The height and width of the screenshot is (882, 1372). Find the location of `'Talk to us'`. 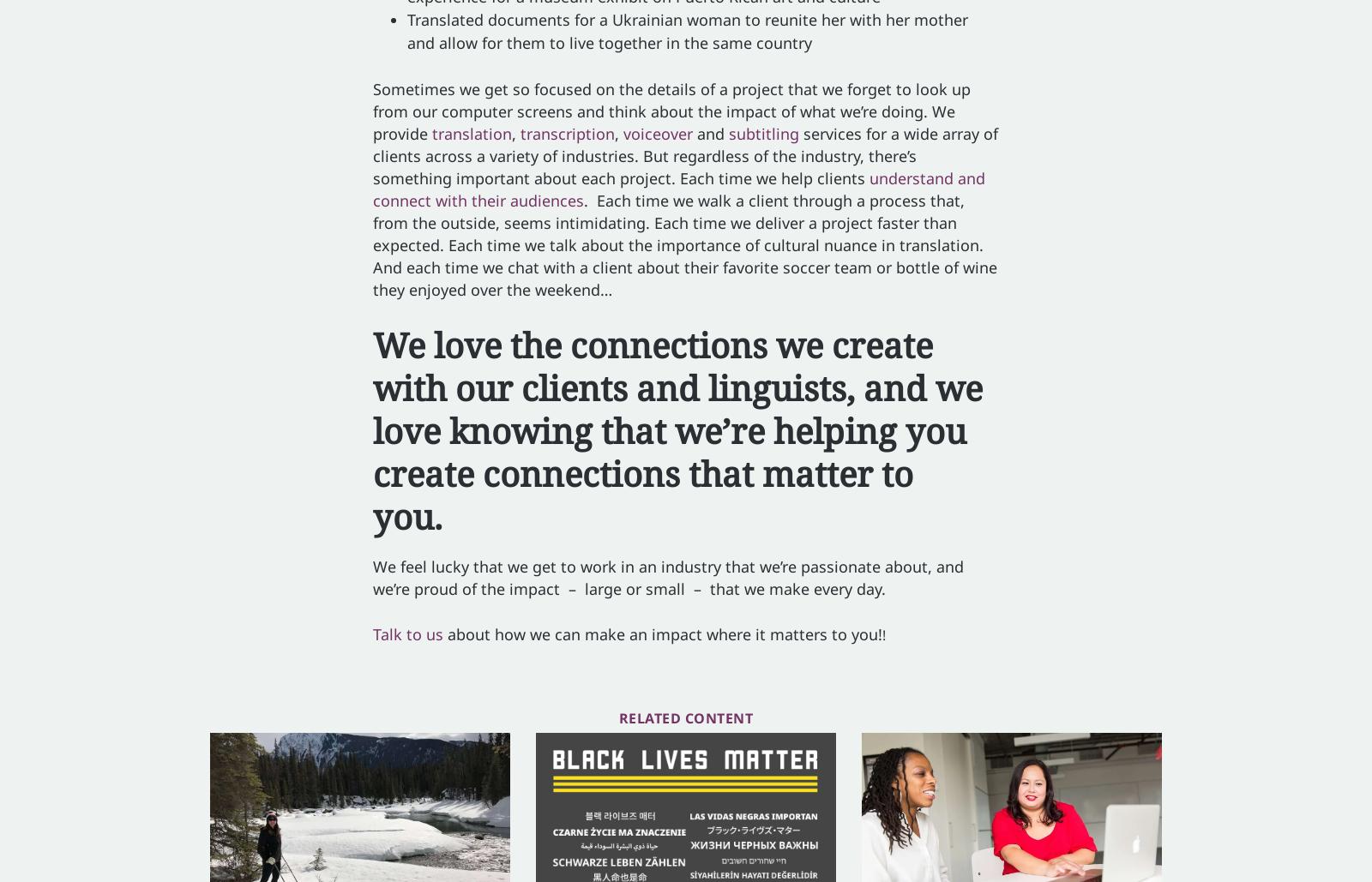

'Talk to us' is located at coordinates (407, 633).